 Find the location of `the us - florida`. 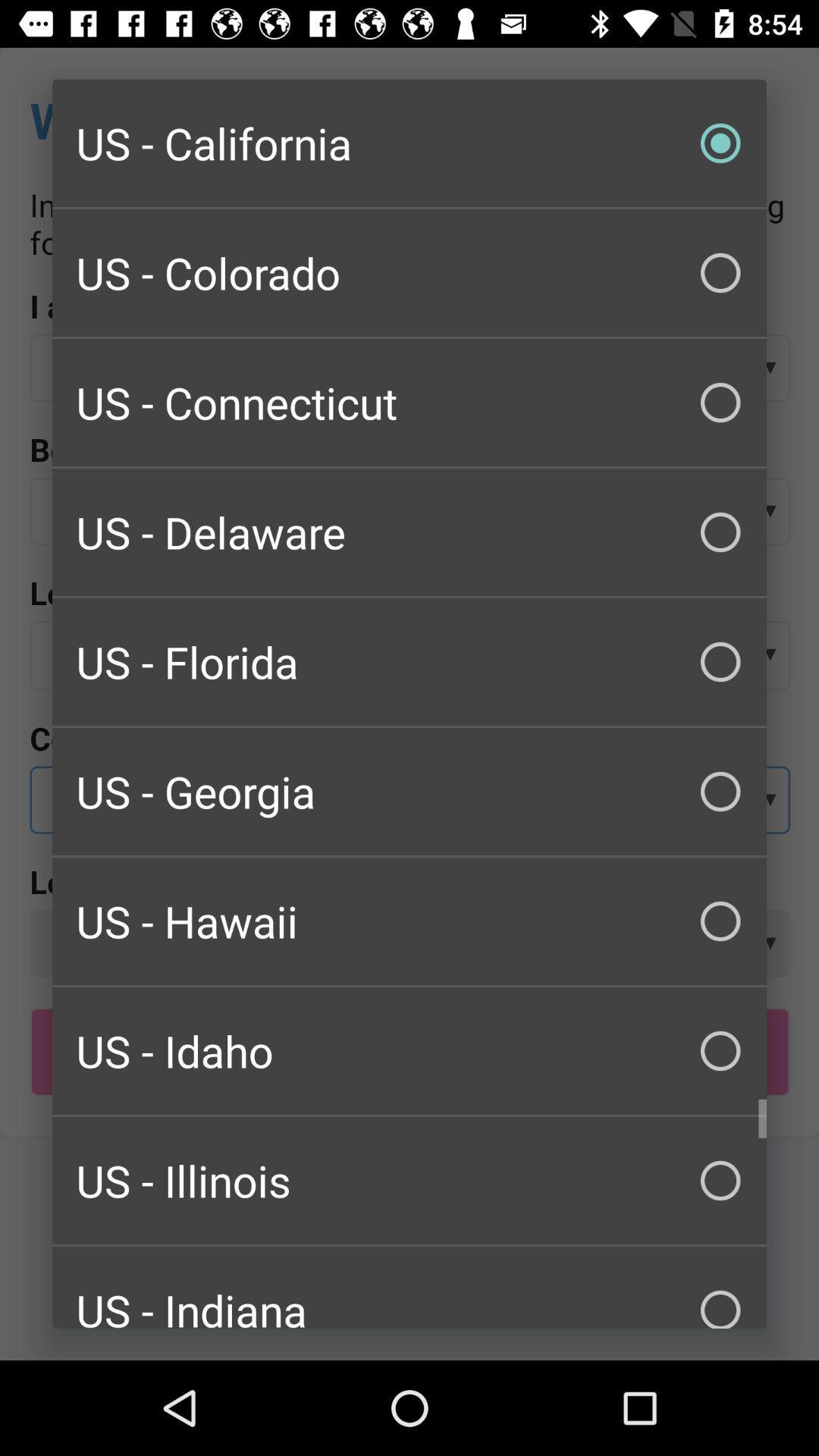

the us - florida is located at coordinates (409, 662).